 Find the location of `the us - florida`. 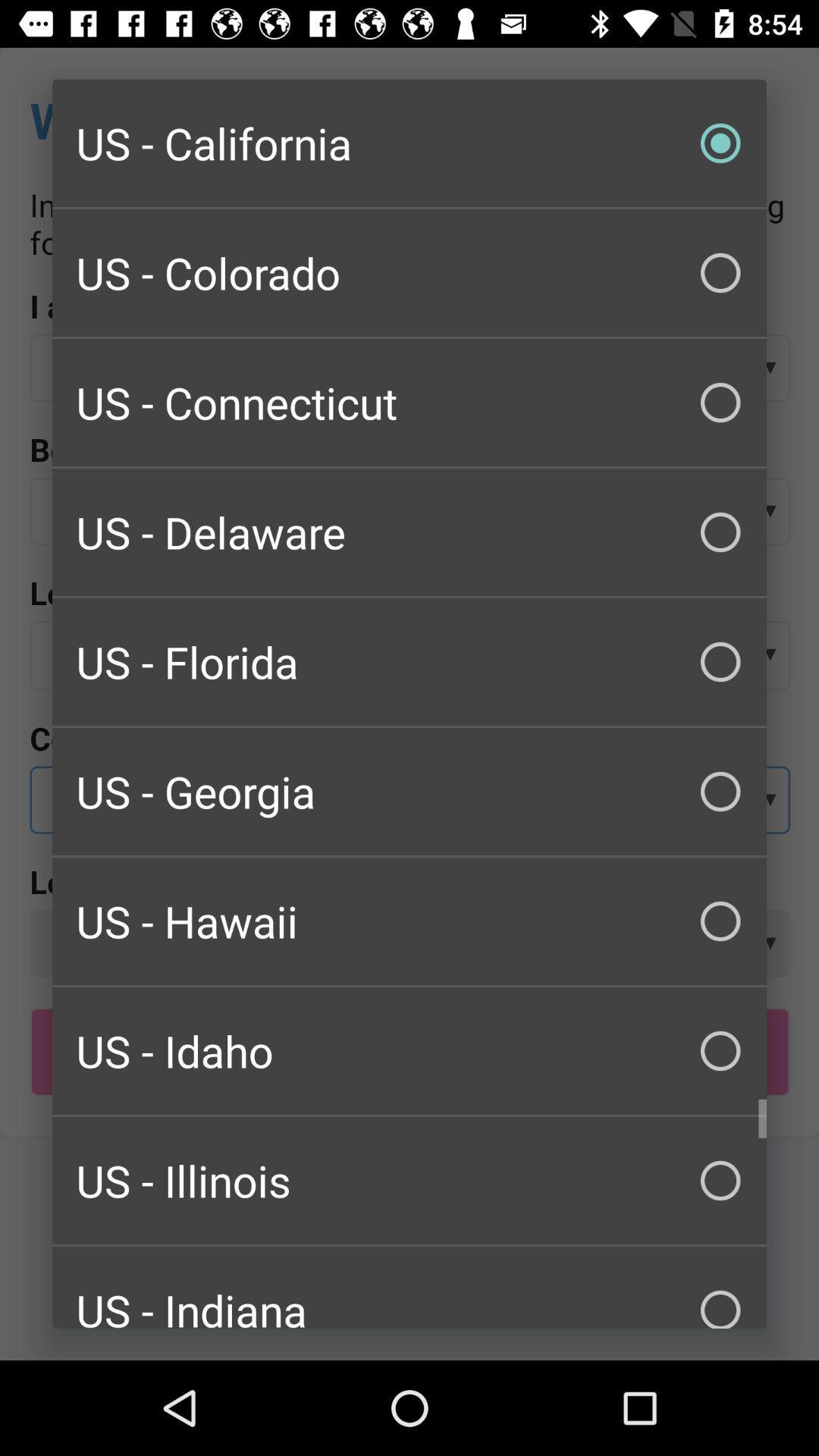

the us - florida is located at coordinates (409, 662).